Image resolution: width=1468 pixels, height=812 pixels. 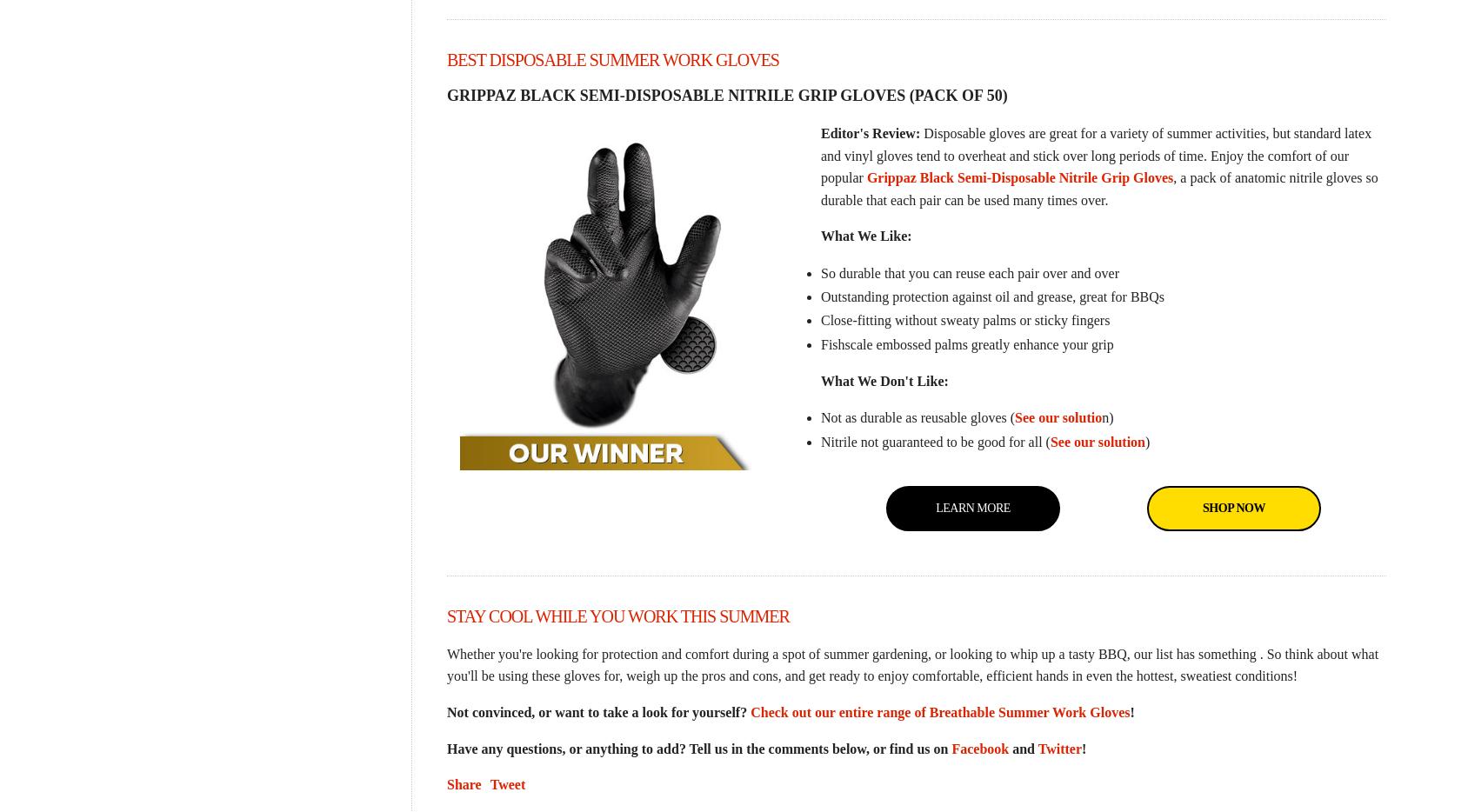 What do you see at coordinates (819, 416) in the screenshot?
I see `'Not as durable as reusable gloves ('` at bounding box center [819, 416].